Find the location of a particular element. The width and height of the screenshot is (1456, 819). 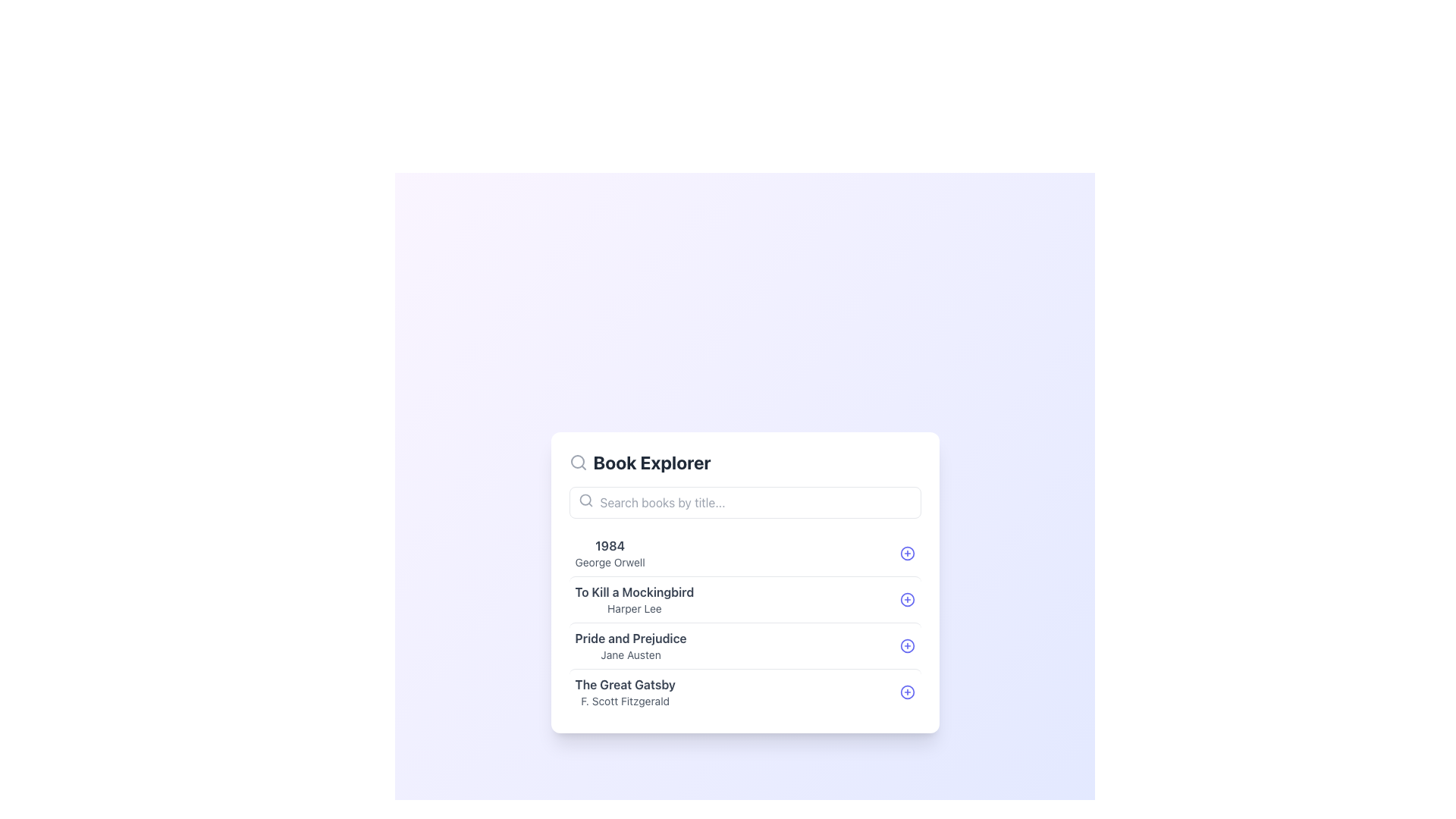

the title of the fourth book item in the list, which displays the book title and author, to interact with it is located at coordinates (745, 691).